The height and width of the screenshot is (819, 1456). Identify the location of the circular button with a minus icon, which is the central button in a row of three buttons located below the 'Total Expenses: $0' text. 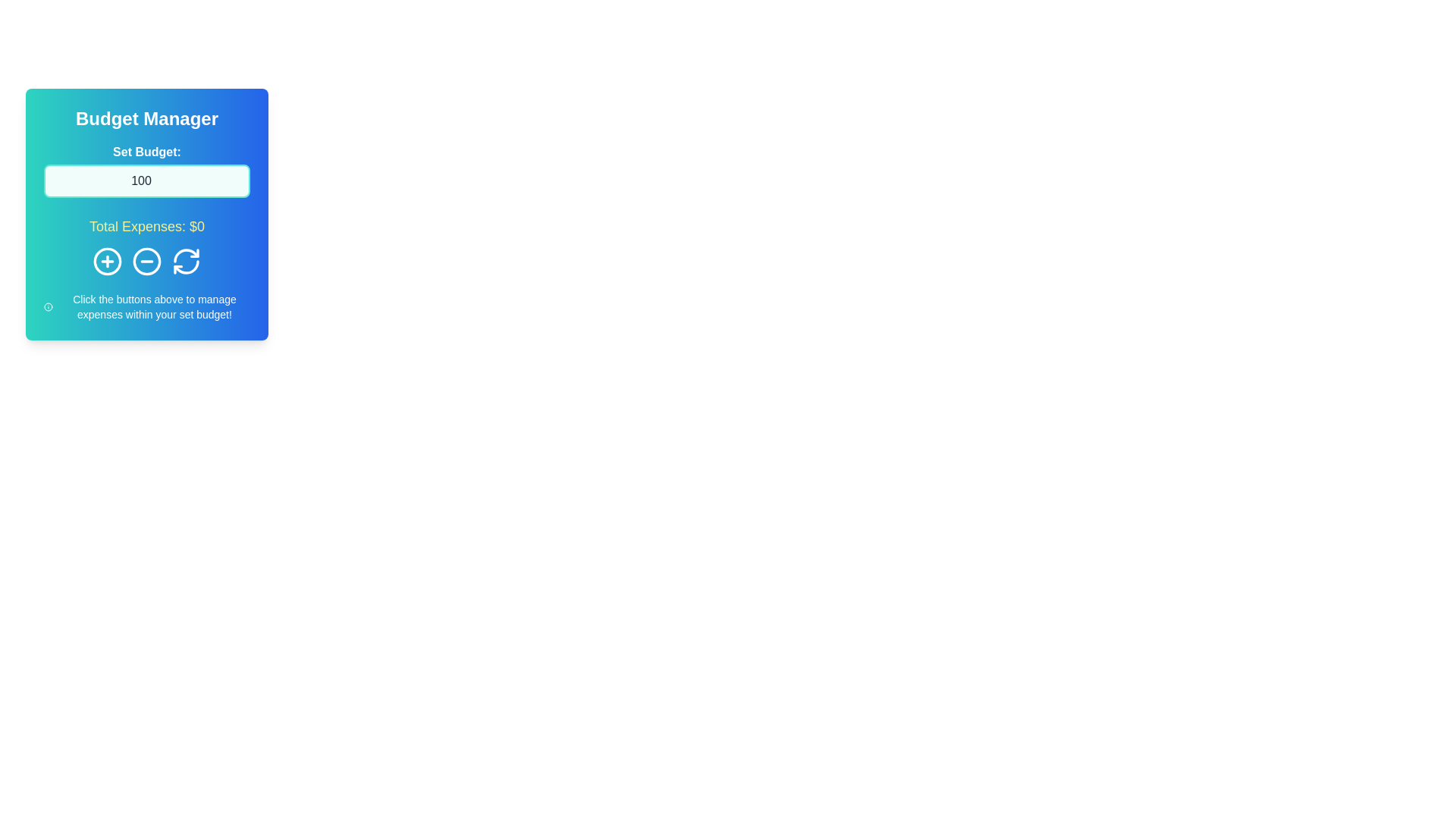
(146, 260).